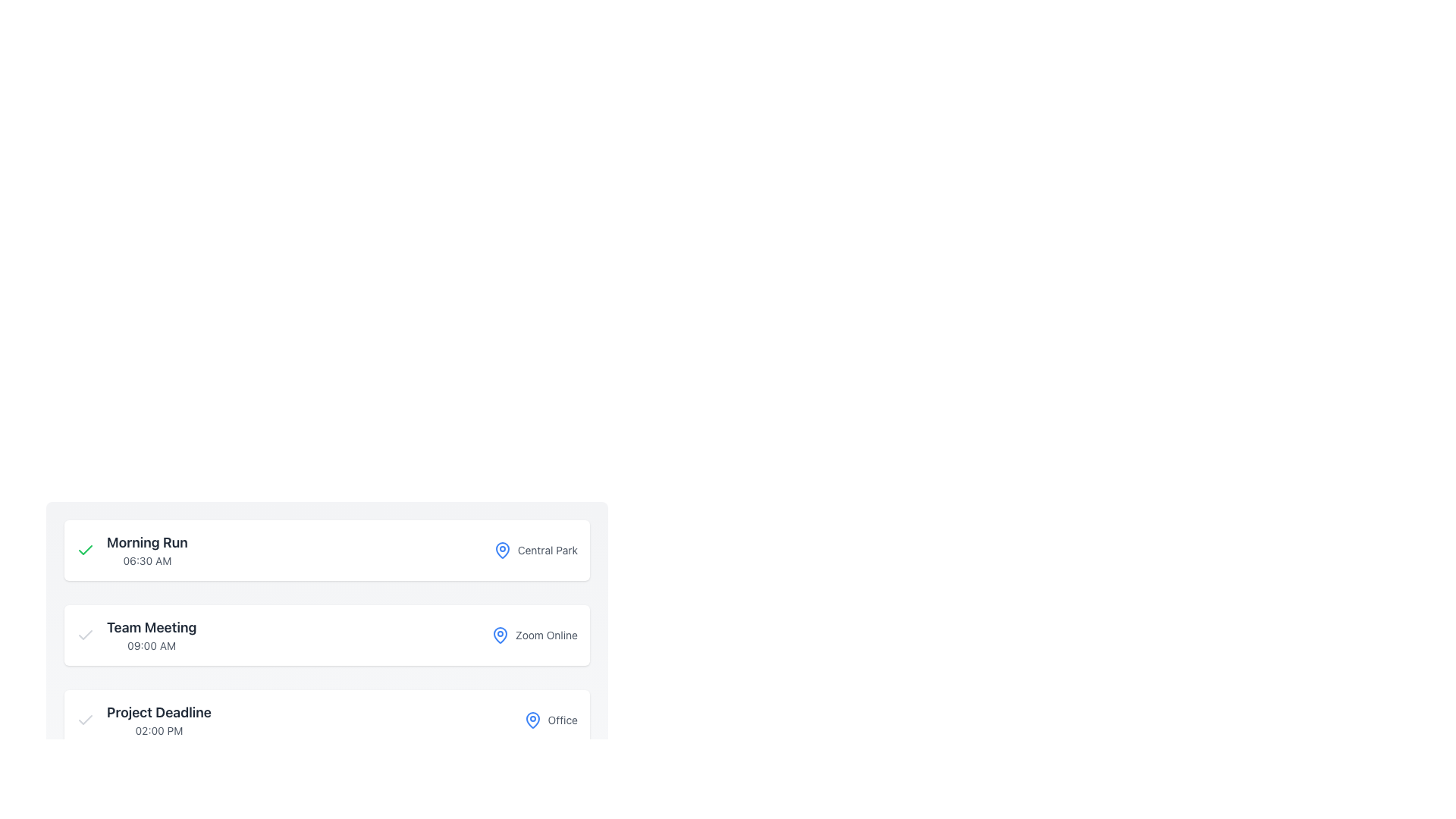 This screenshot has height=819, width=1456. I want to click on the text label that provides location details, positioned to the right of the map pin icon and under 'Project Deadline', so click(562, 719).